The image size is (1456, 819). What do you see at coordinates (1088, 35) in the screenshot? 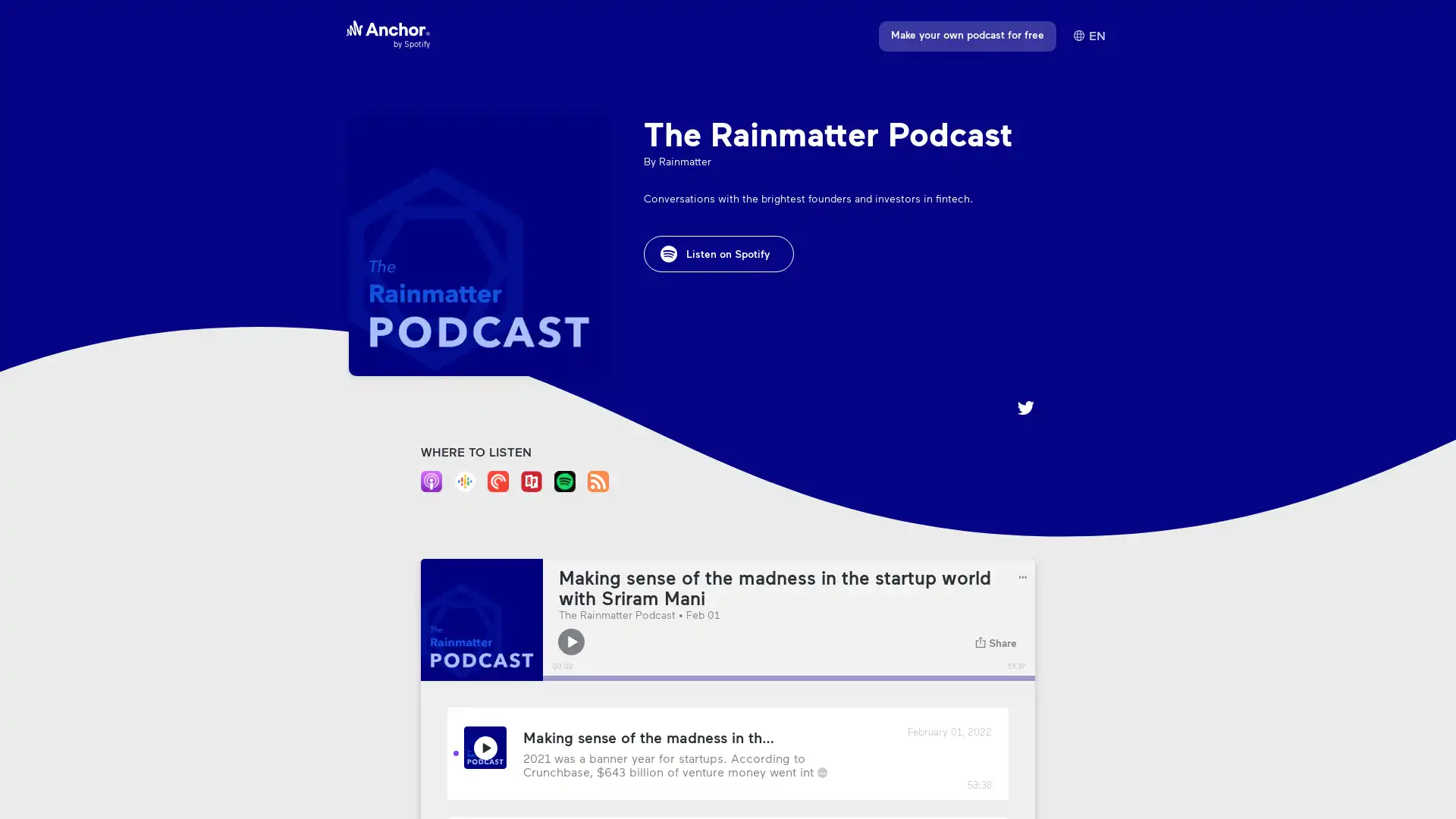
I see `Globe Icon EN` at bounding box center [1088, 35].